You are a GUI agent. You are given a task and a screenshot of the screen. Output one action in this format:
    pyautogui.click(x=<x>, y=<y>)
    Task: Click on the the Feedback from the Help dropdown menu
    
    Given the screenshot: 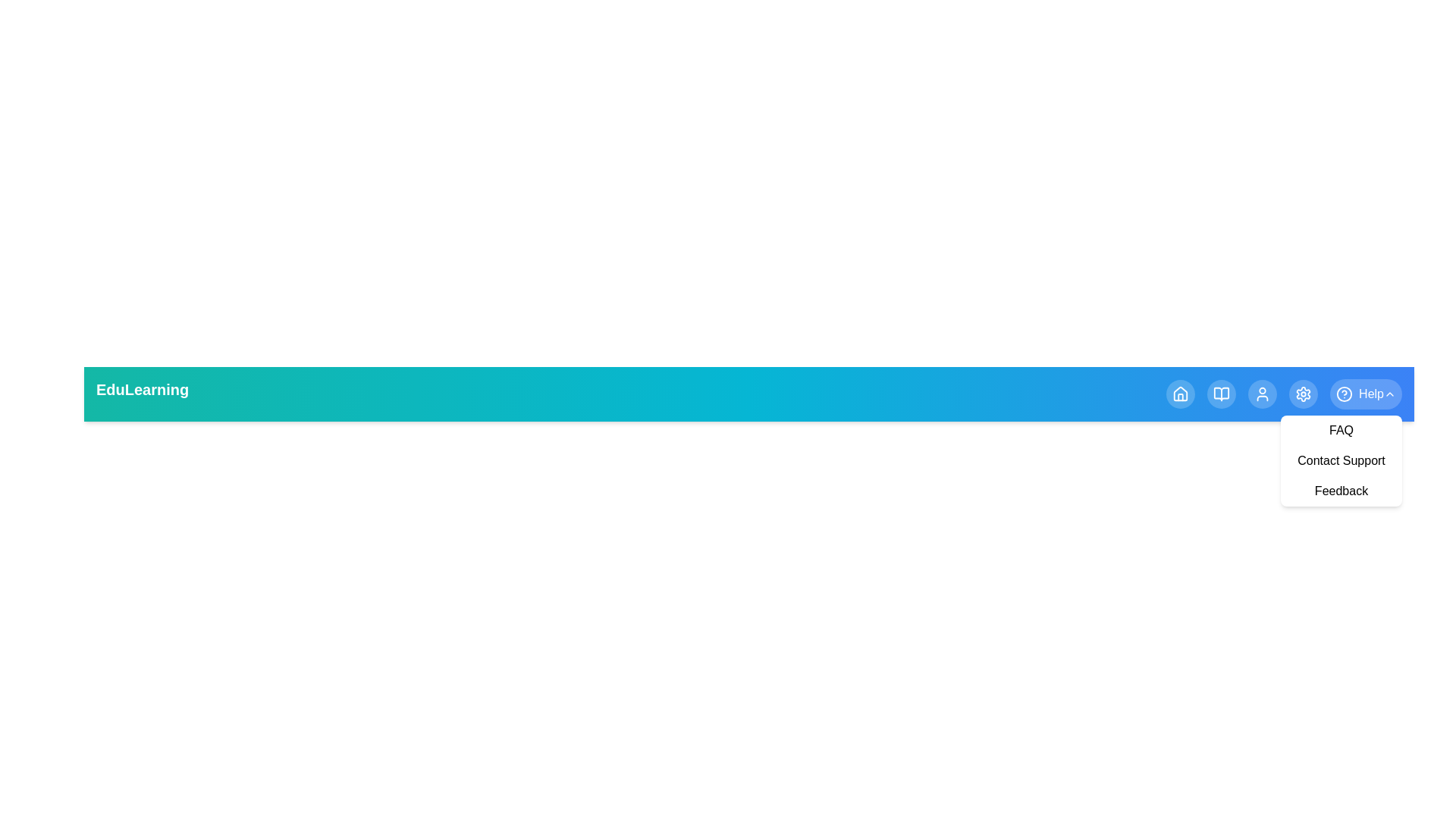 What is the action you would take?
    pyautogui.click(x=1341, y=491)
    